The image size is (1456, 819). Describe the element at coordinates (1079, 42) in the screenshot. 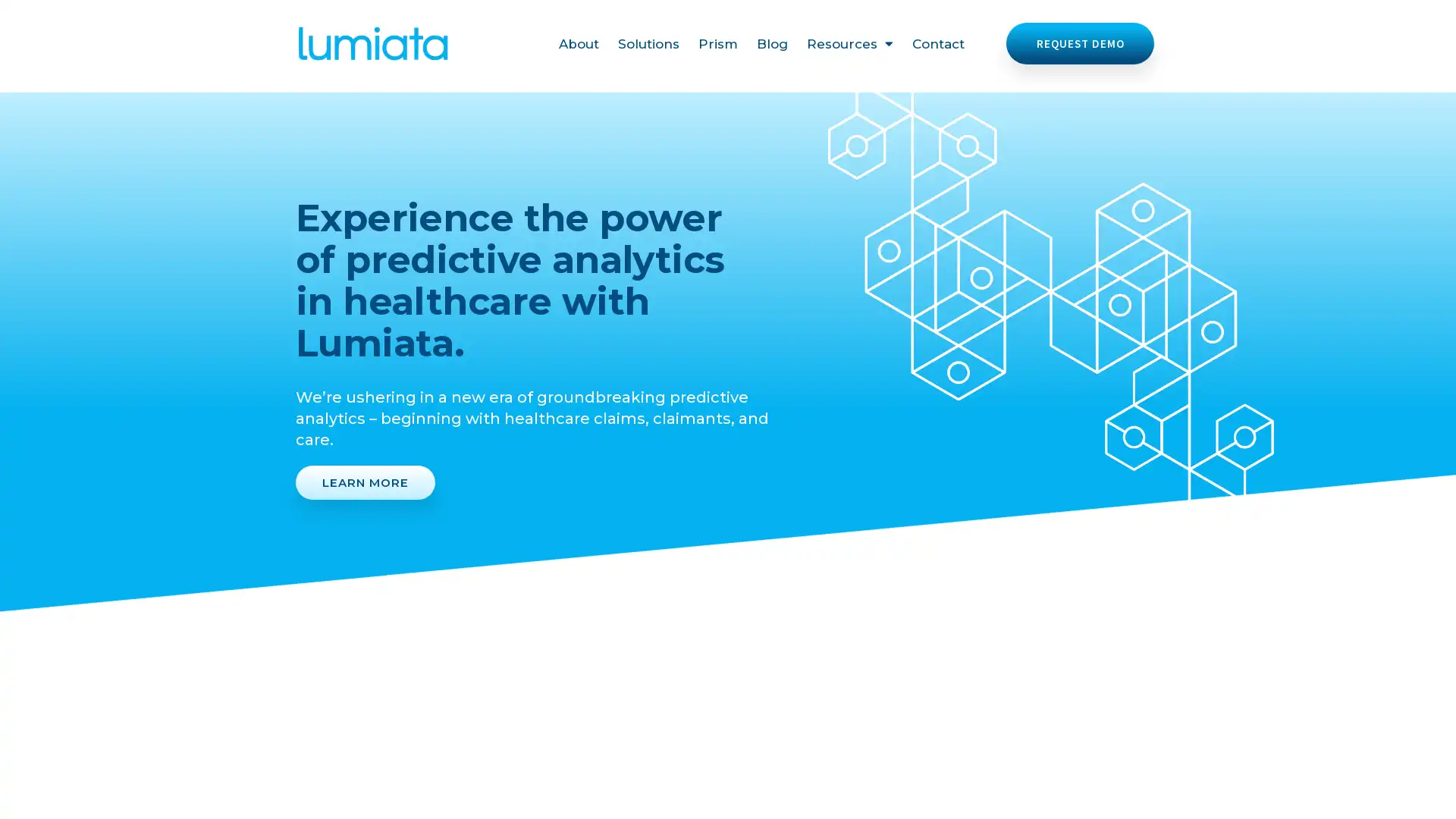

I see `REQUEST DEMO` at that location.